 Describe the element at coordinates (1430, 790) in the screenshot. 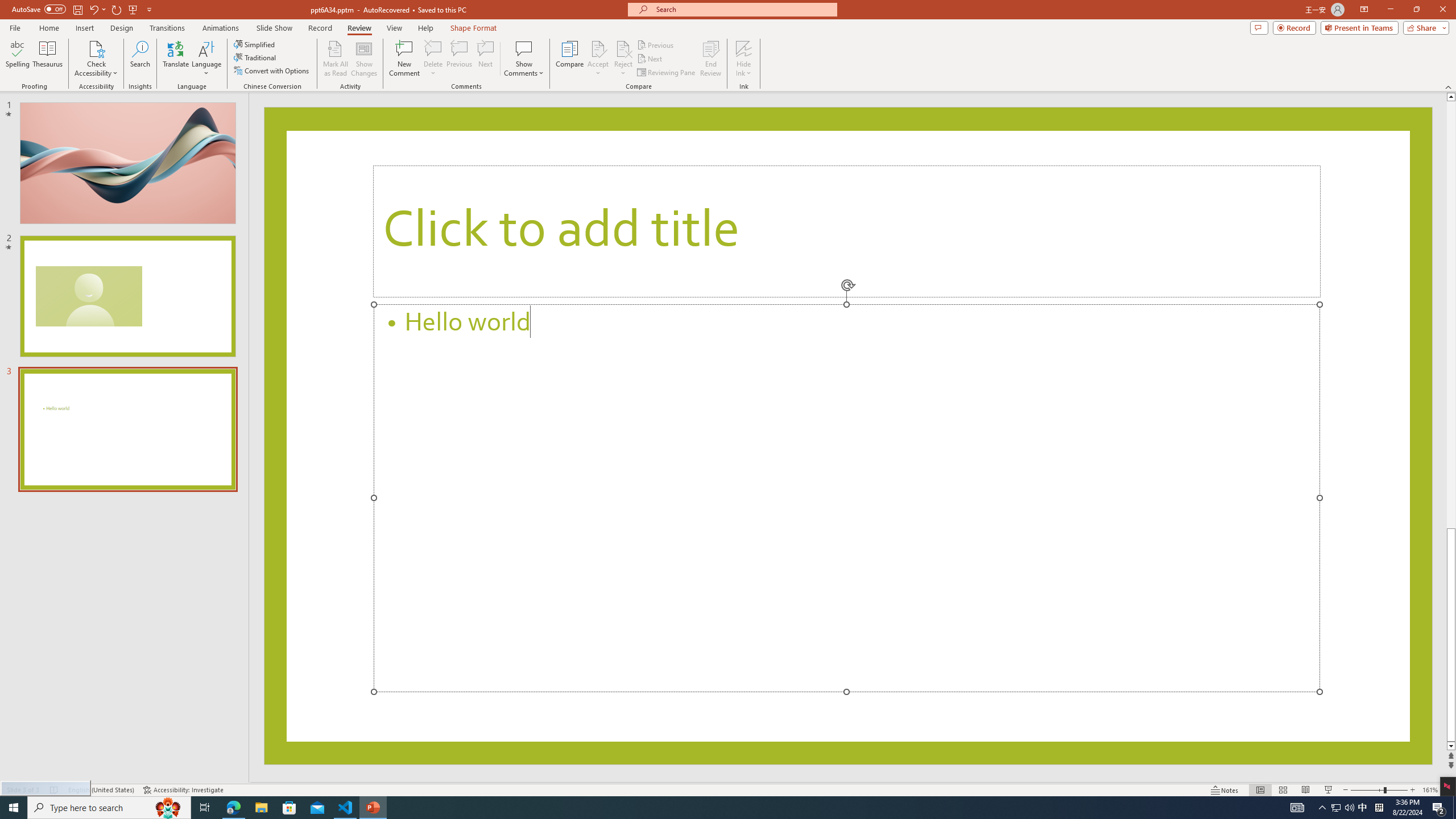

I see `'Zoom 161%'` at that location.